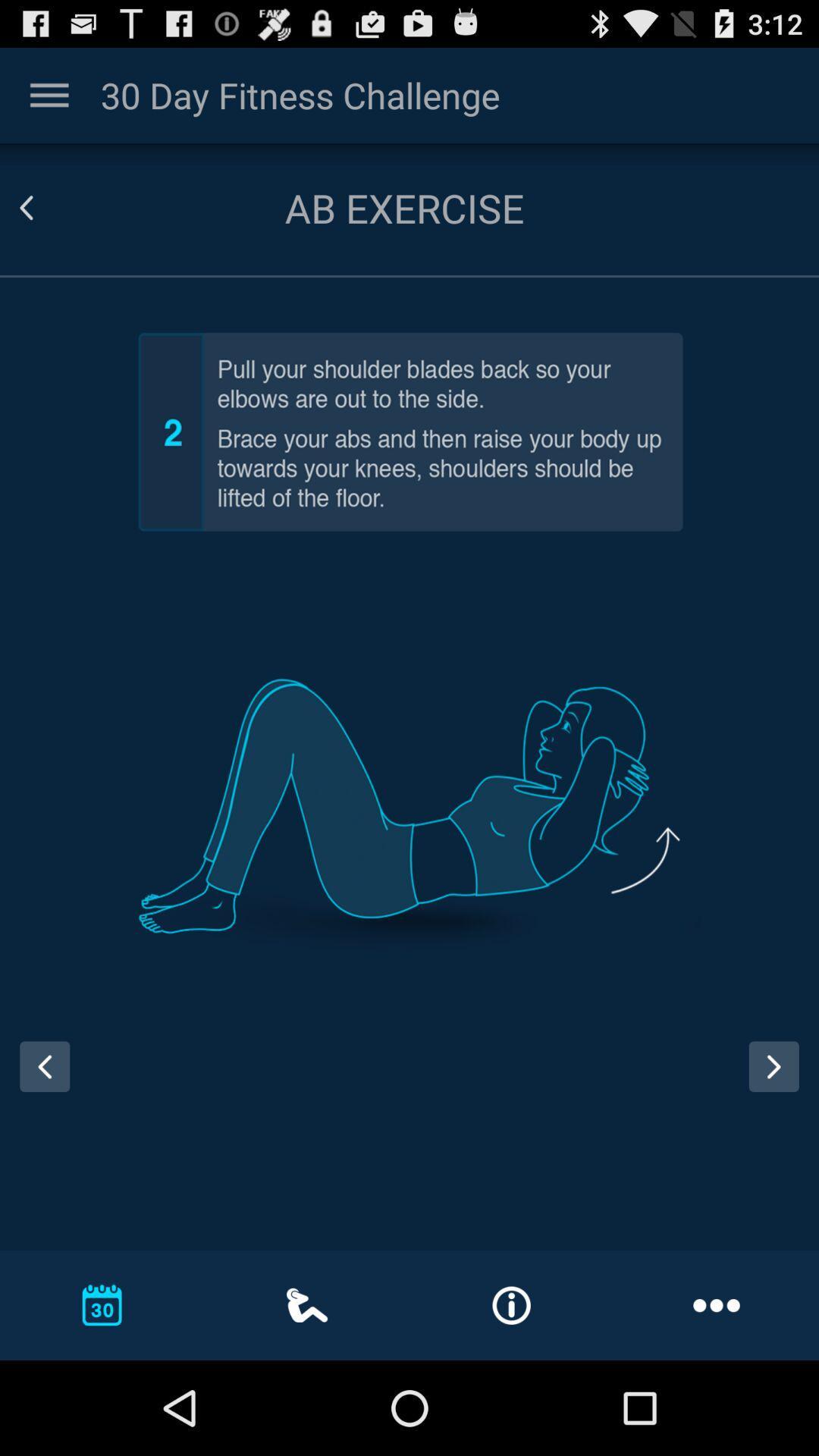 This screenshot has height=1456, width=819. What do you see at coordinates (779, 1080) in the screenshot?
I see `next` at bounding box center [779, 1080].